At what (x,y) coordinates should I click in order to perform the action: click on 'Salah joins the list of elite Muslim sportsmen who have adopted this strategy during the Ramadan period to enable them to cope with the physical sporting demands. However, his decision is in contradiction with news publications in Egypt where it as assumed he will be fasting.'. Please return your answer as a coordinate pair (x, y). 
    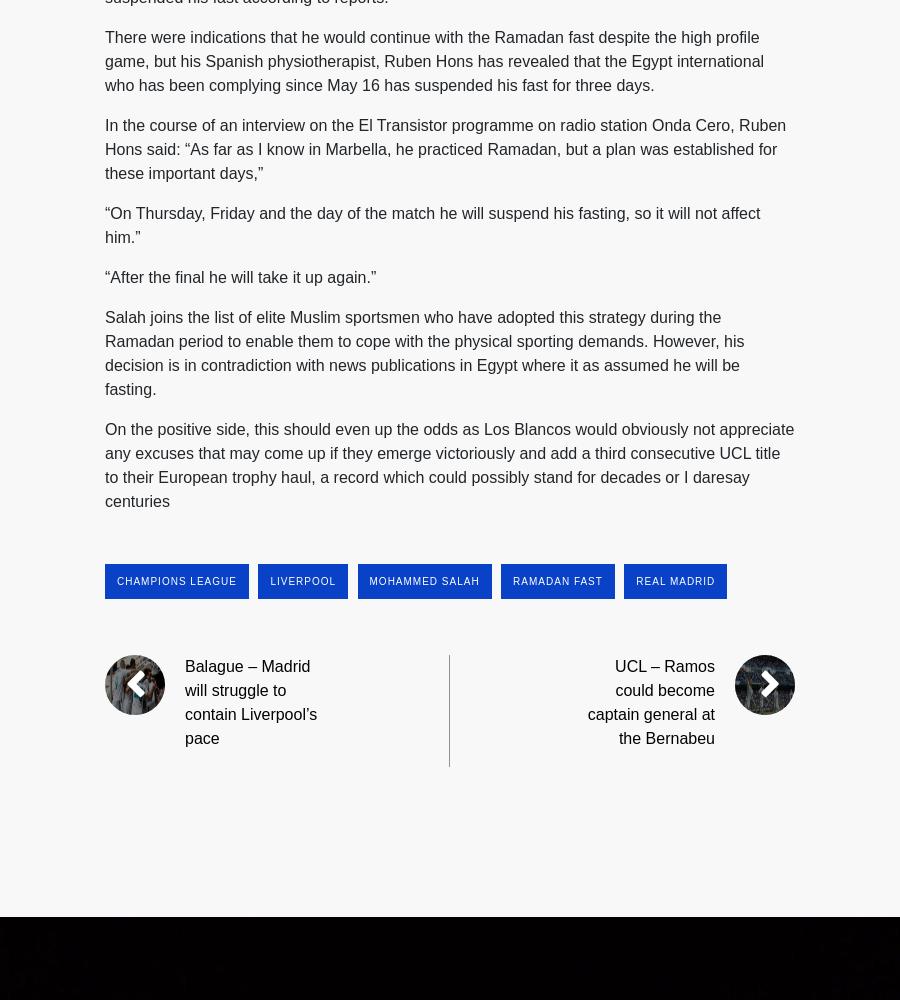
    Looking at the image, I should click on (424, 351).